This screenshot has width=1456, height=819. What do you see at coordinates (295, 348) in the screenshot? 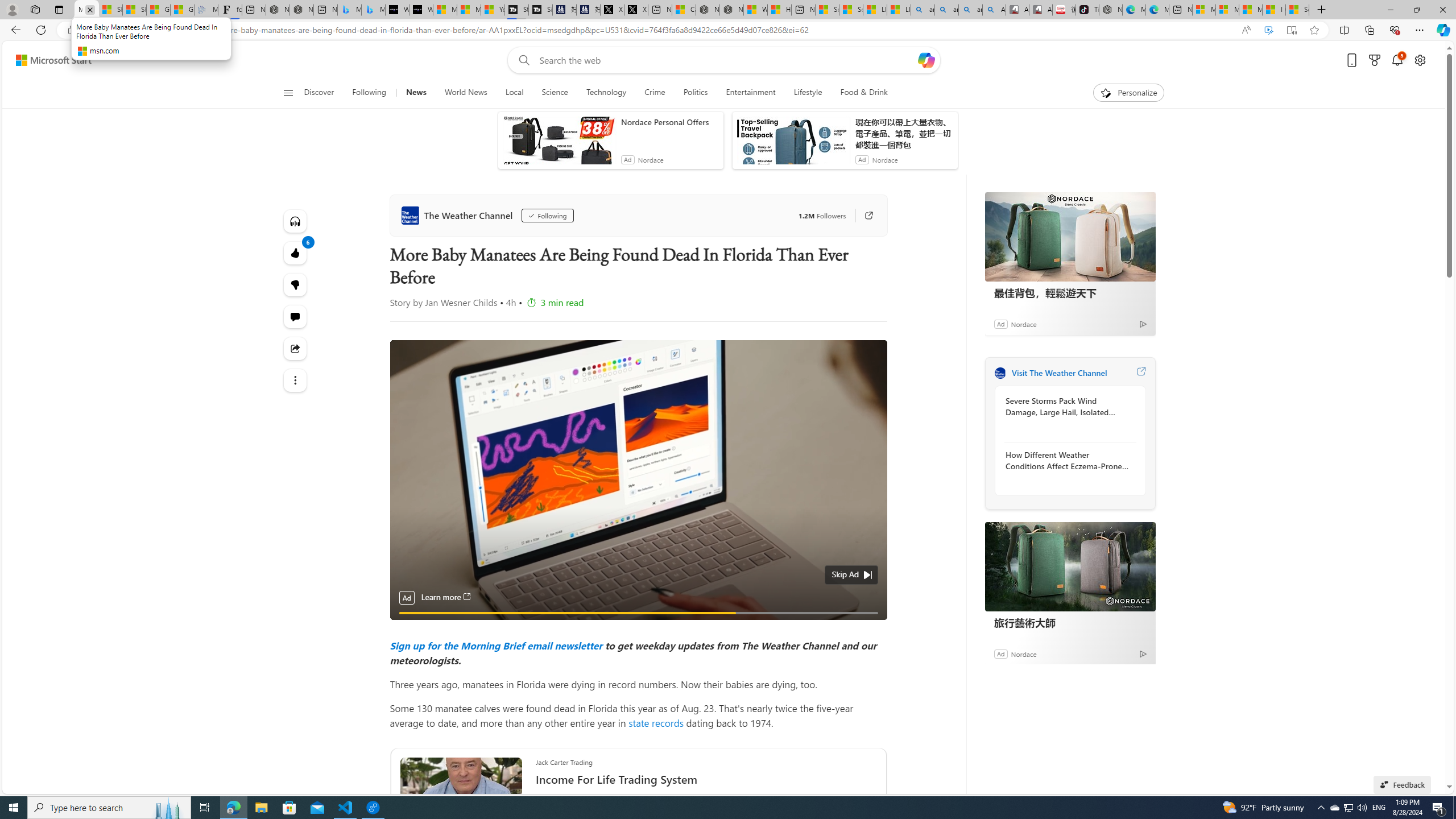
I see `'Share this story'` at bounding box center [295, 348].